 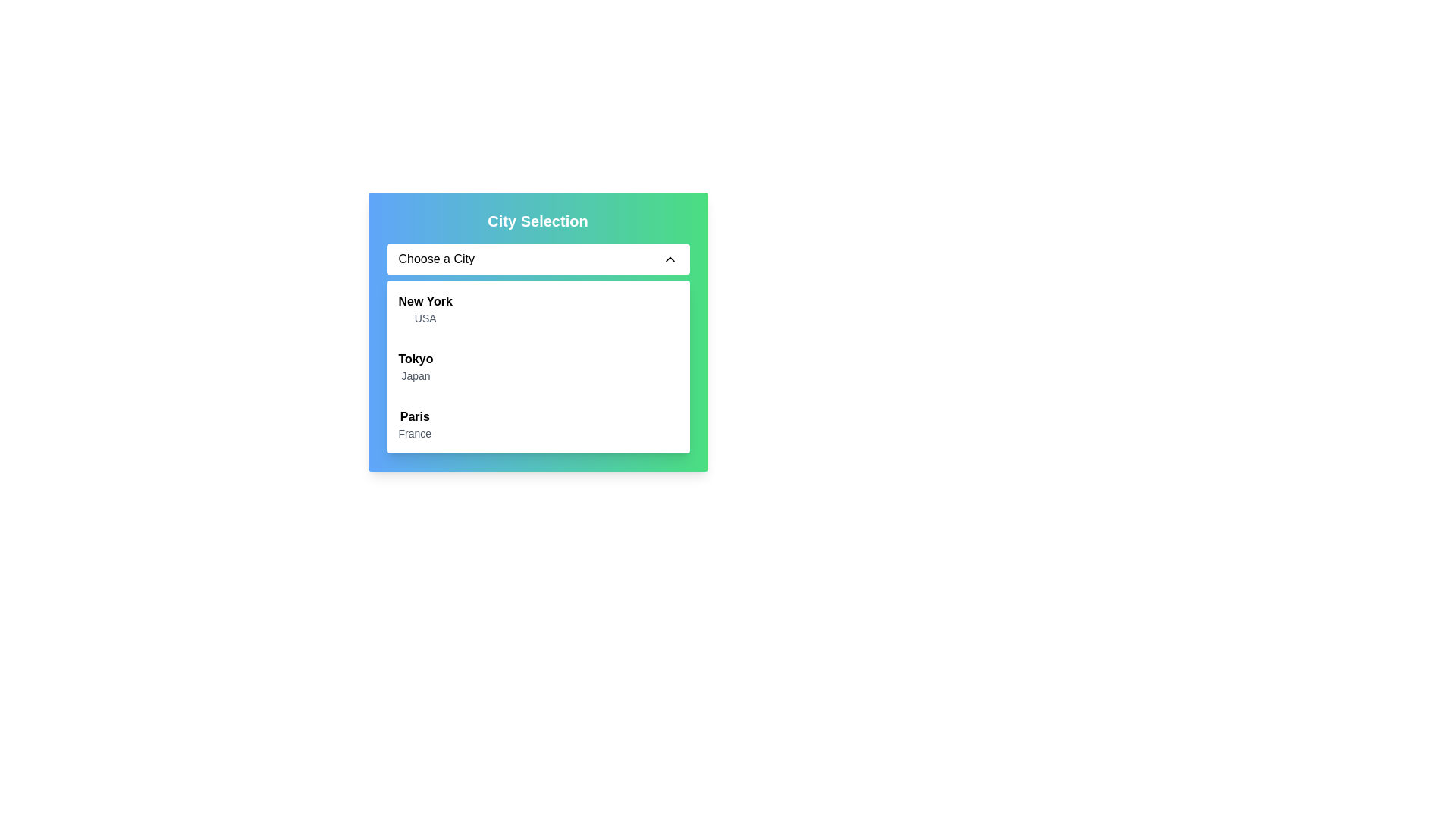 I want to click on the Dropdown menu button labeled 'Choose a City', so click(x=538, y=259).